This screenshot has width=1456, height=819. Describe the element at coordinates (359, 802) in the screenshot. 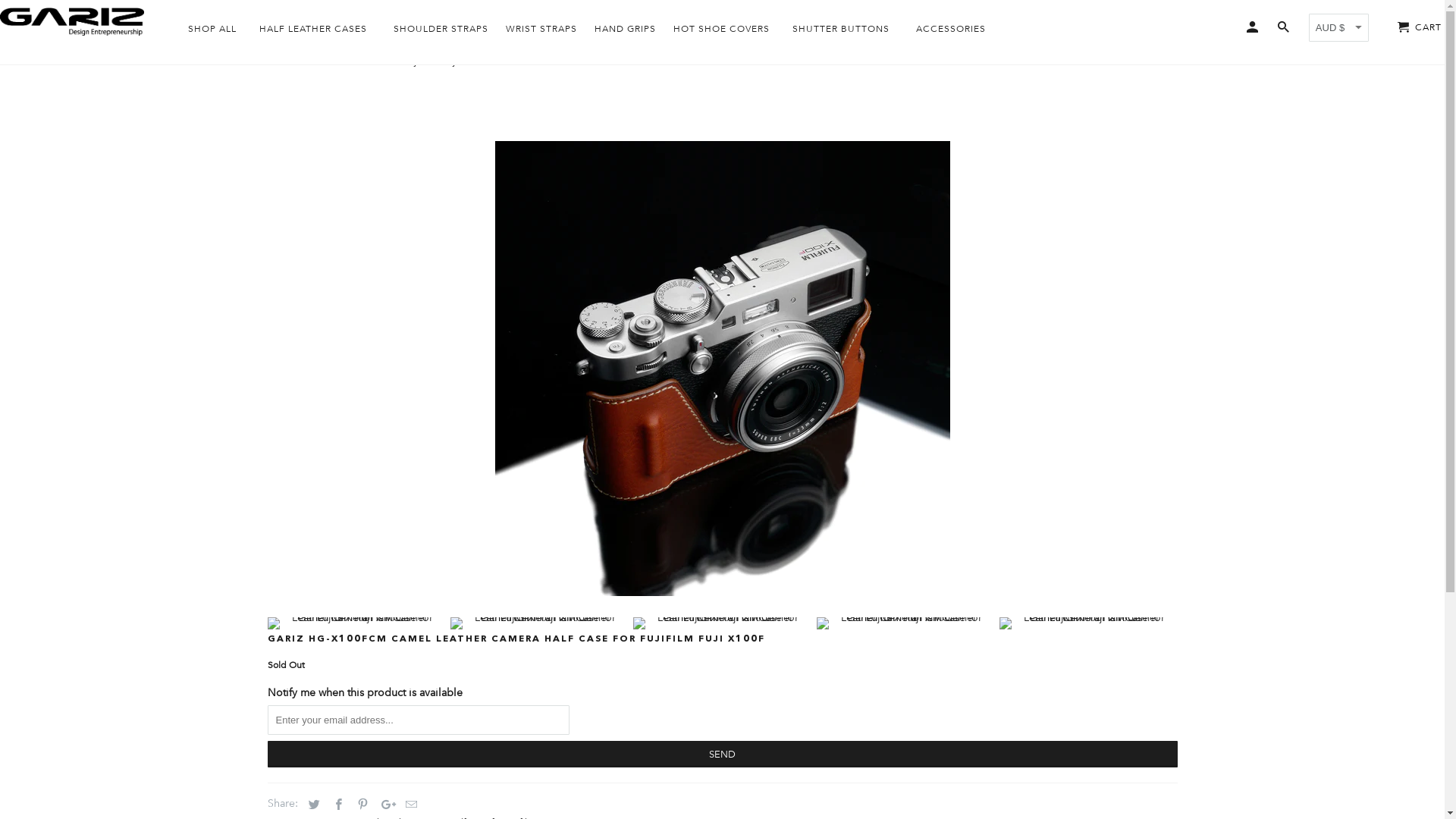

I see `'Share this on Pinterest'` at that location.